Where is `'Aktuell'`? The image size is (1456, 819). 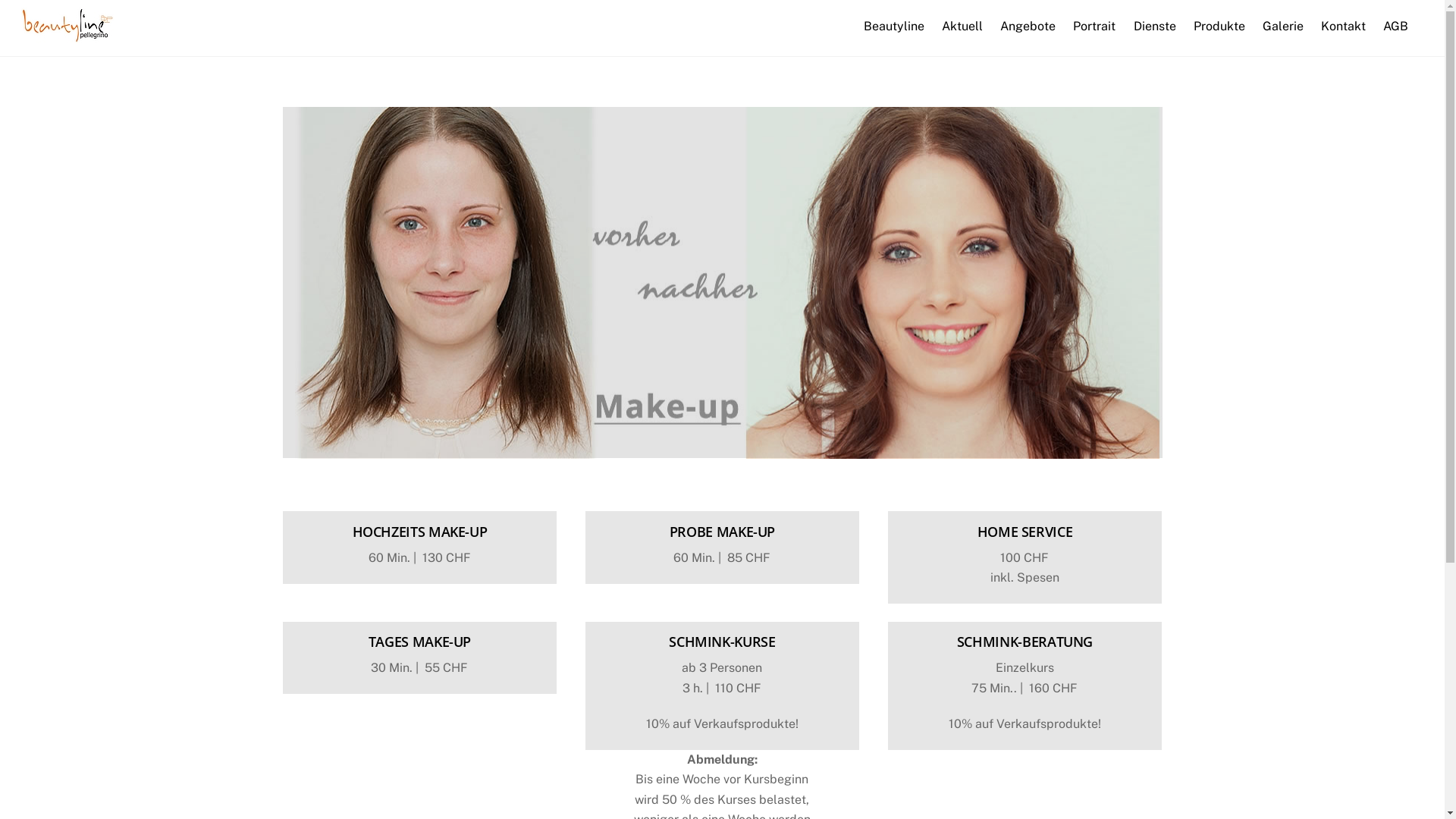
'Aktuell' is located at coordinates (961, 26).